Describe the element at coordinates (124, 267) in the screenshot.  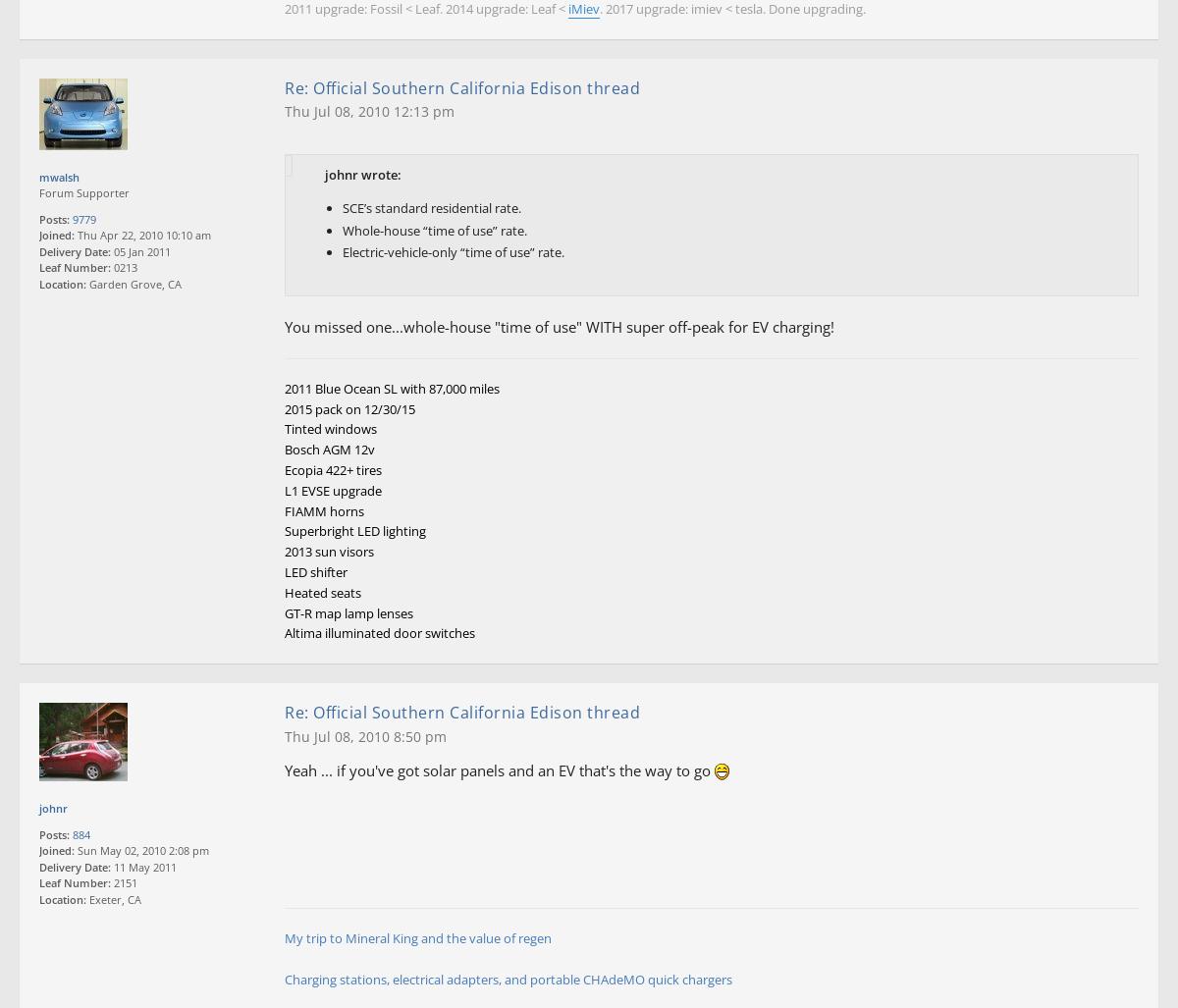
I see `'0213'` at that location.